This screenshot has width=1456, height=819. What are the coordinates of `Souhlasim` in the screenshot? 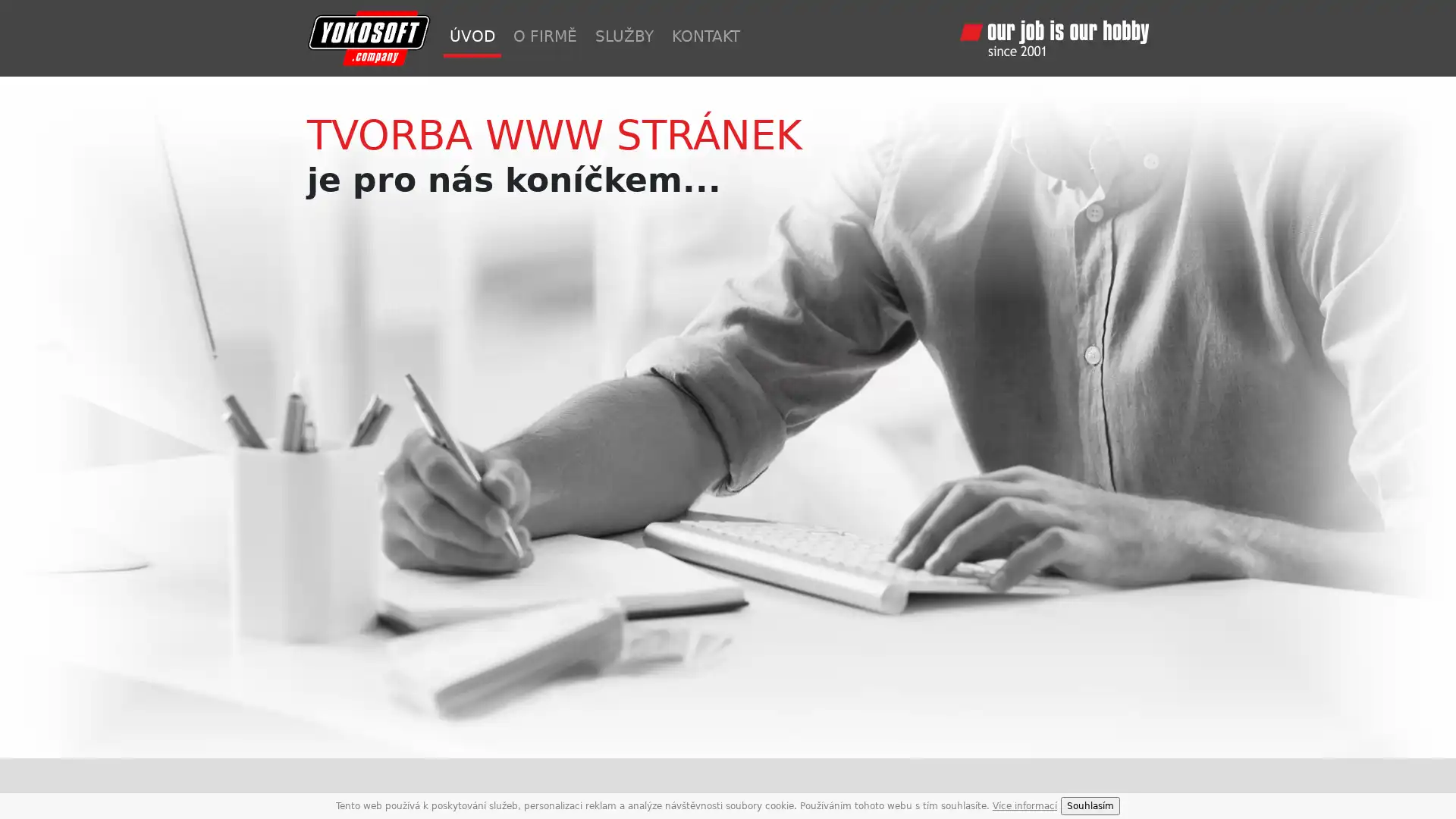 It's located at (1090, 805).